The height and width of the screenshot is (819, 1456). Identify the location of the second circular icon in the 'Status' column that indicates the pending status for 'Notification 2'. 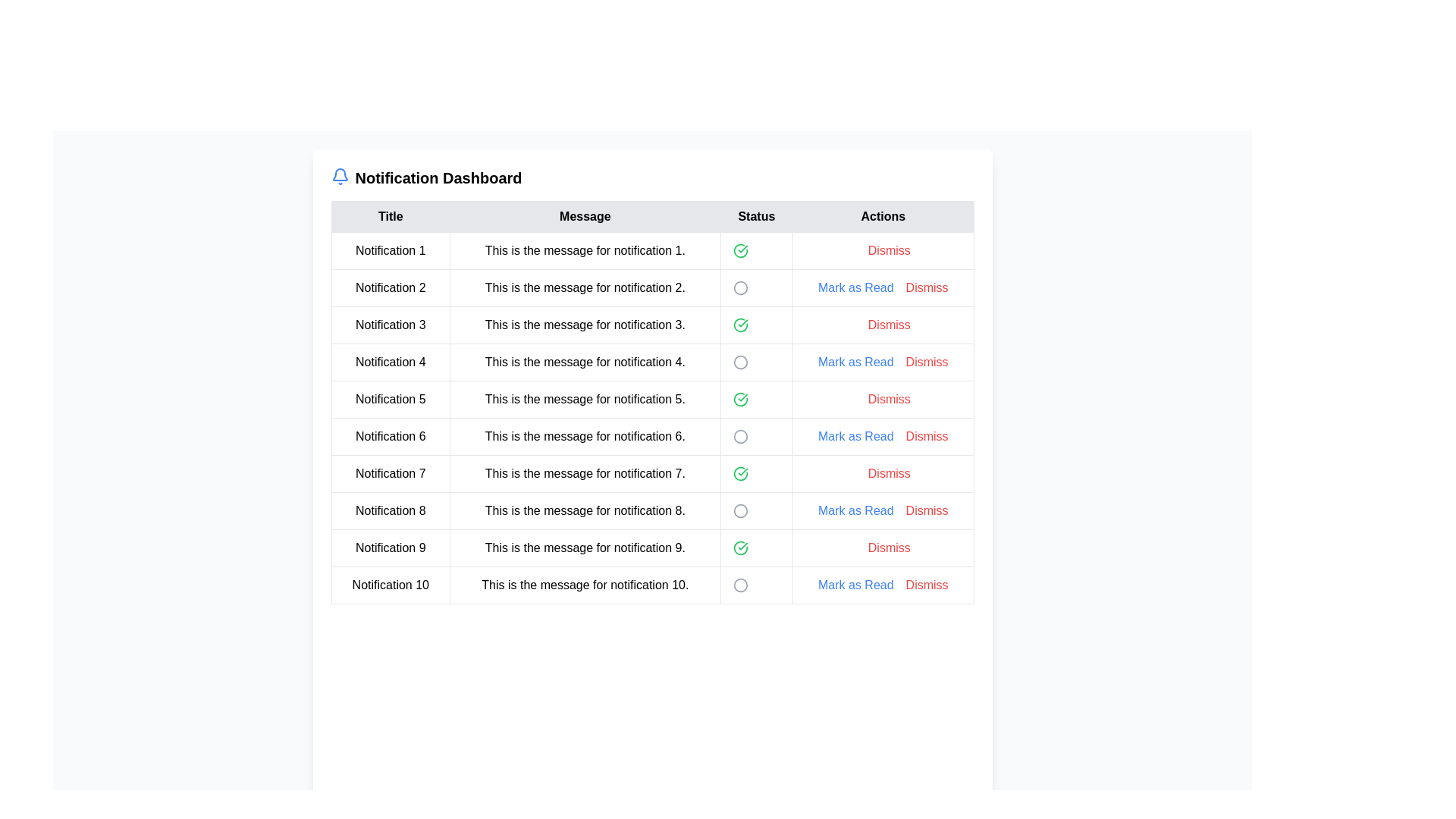
(740, 288).